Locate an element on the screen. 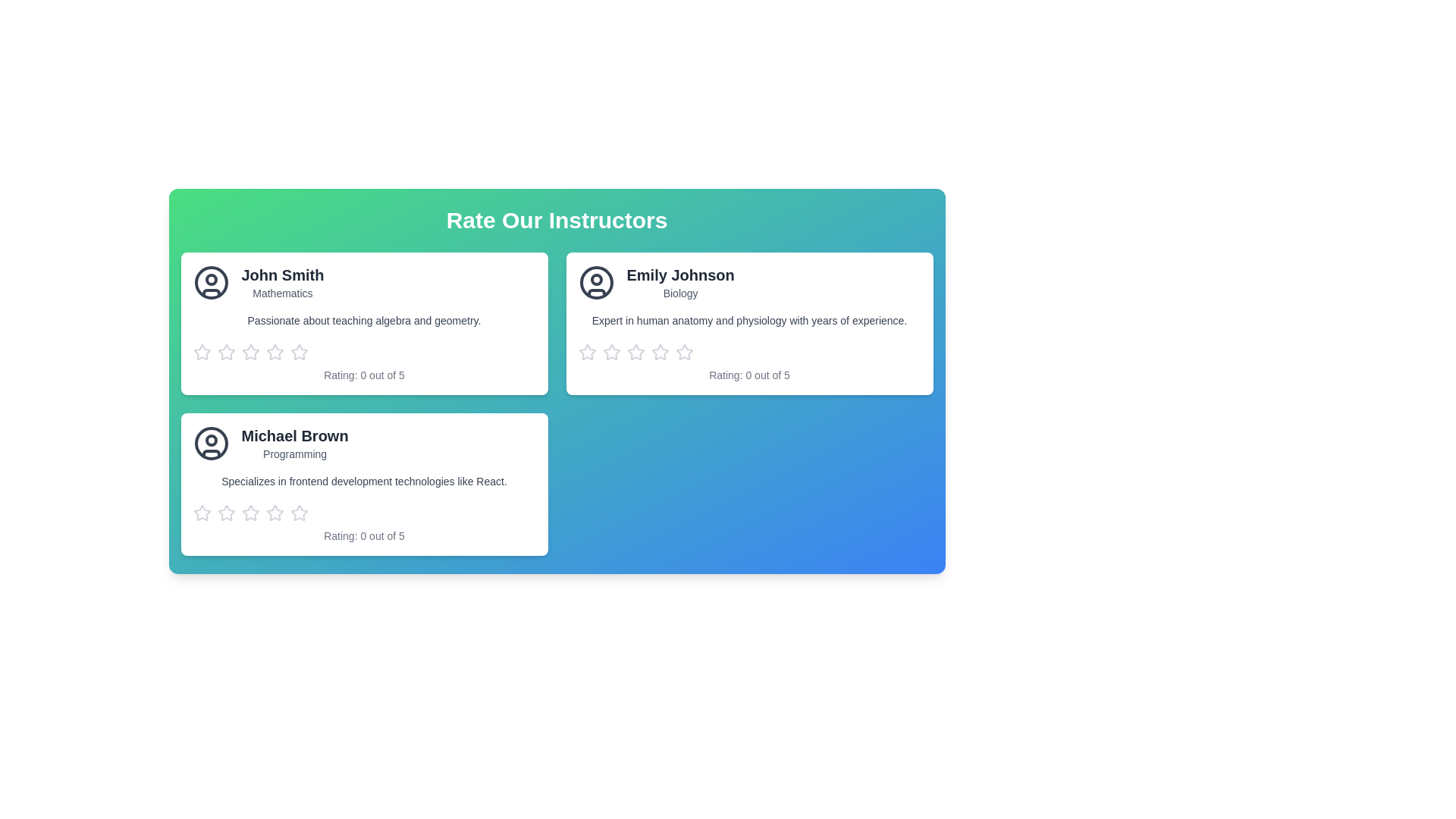  the fifth star icon button is located at coordinates (299, 353).